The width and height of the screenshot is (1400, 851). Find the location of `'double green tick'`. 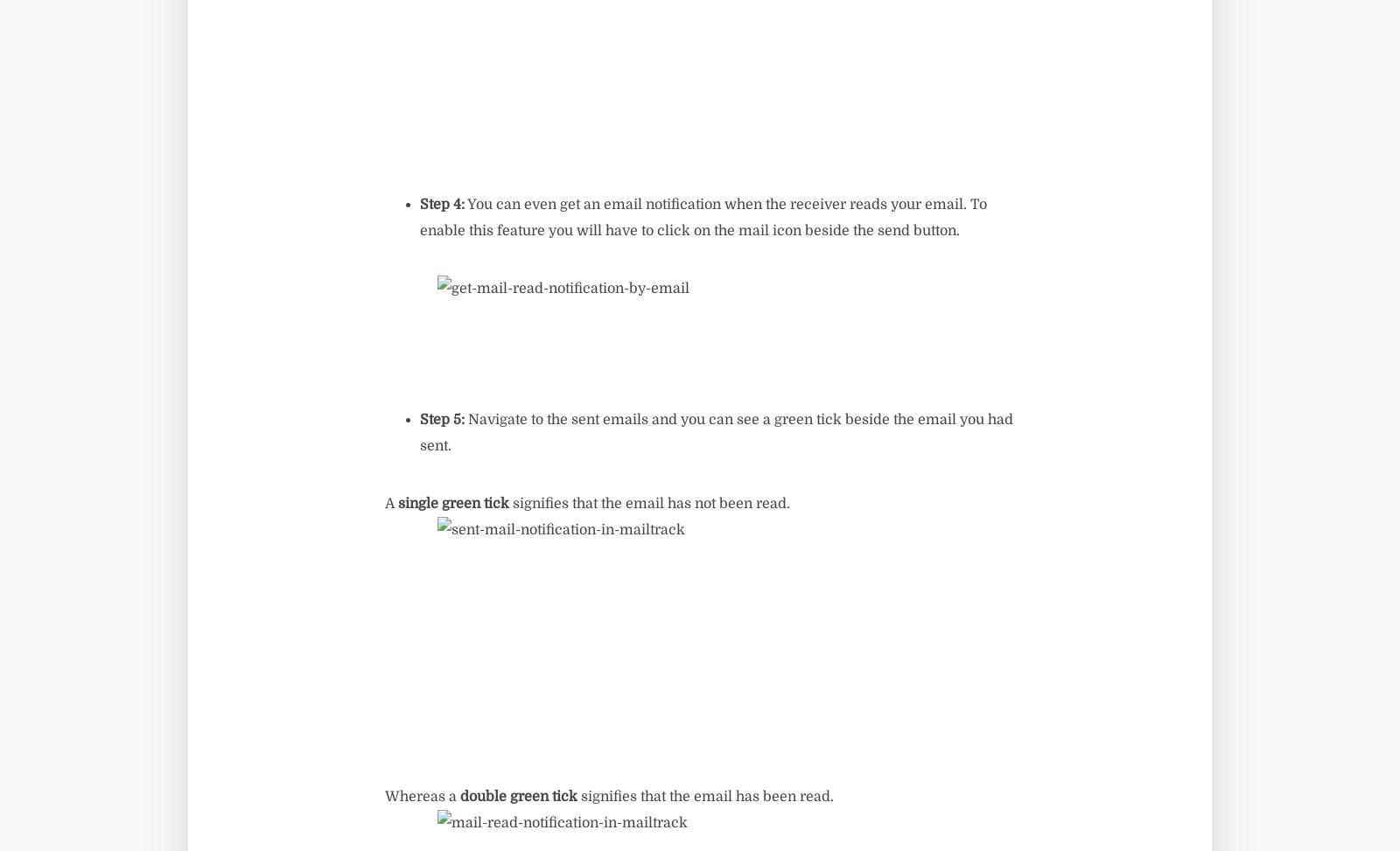

'double green tick' is located at coordinates (517, 796).